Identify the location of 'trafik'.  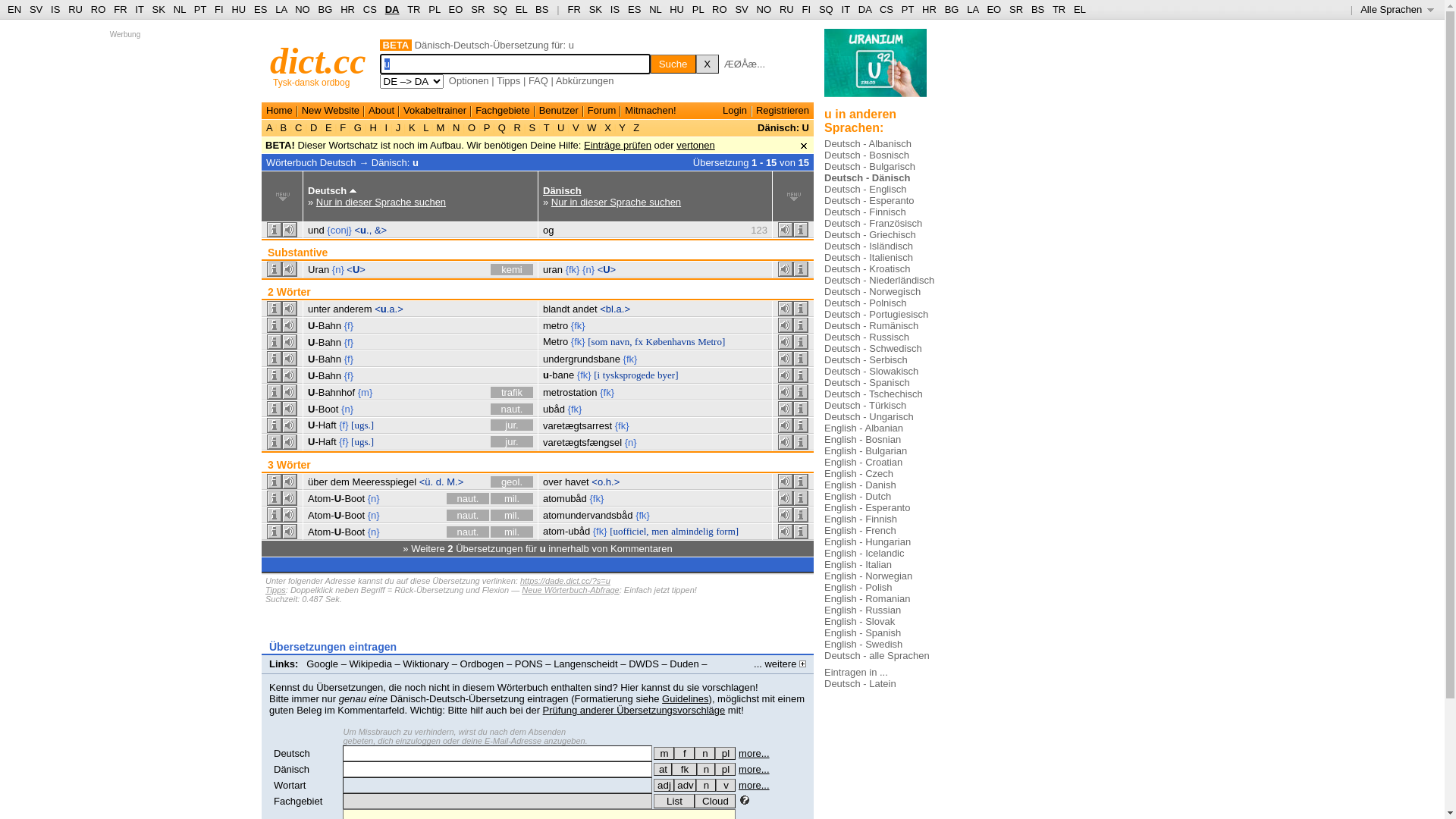
(491, 391).